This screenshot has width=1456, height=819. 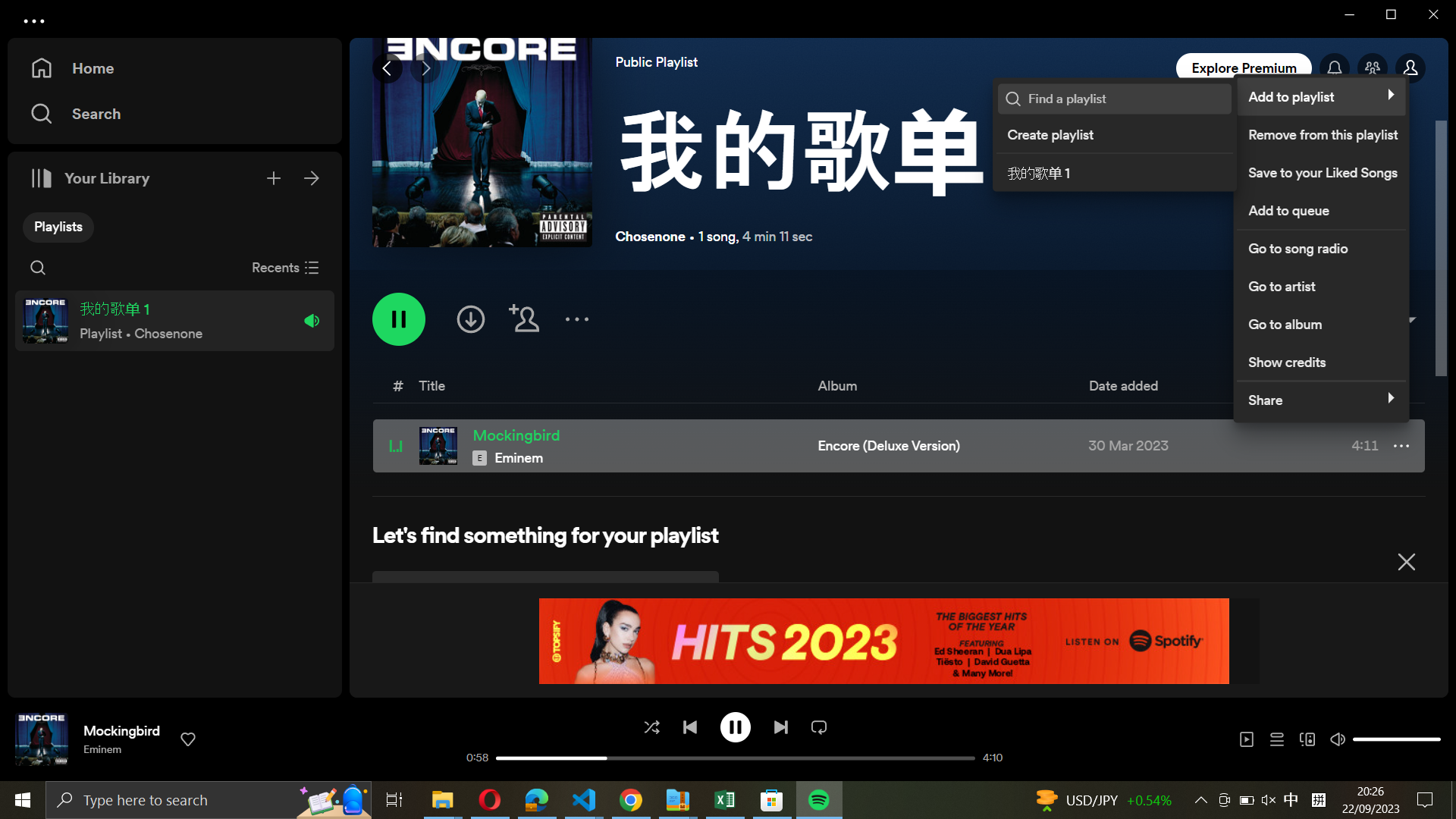 I want to click on Stop the song, so click(x=736, y=725).